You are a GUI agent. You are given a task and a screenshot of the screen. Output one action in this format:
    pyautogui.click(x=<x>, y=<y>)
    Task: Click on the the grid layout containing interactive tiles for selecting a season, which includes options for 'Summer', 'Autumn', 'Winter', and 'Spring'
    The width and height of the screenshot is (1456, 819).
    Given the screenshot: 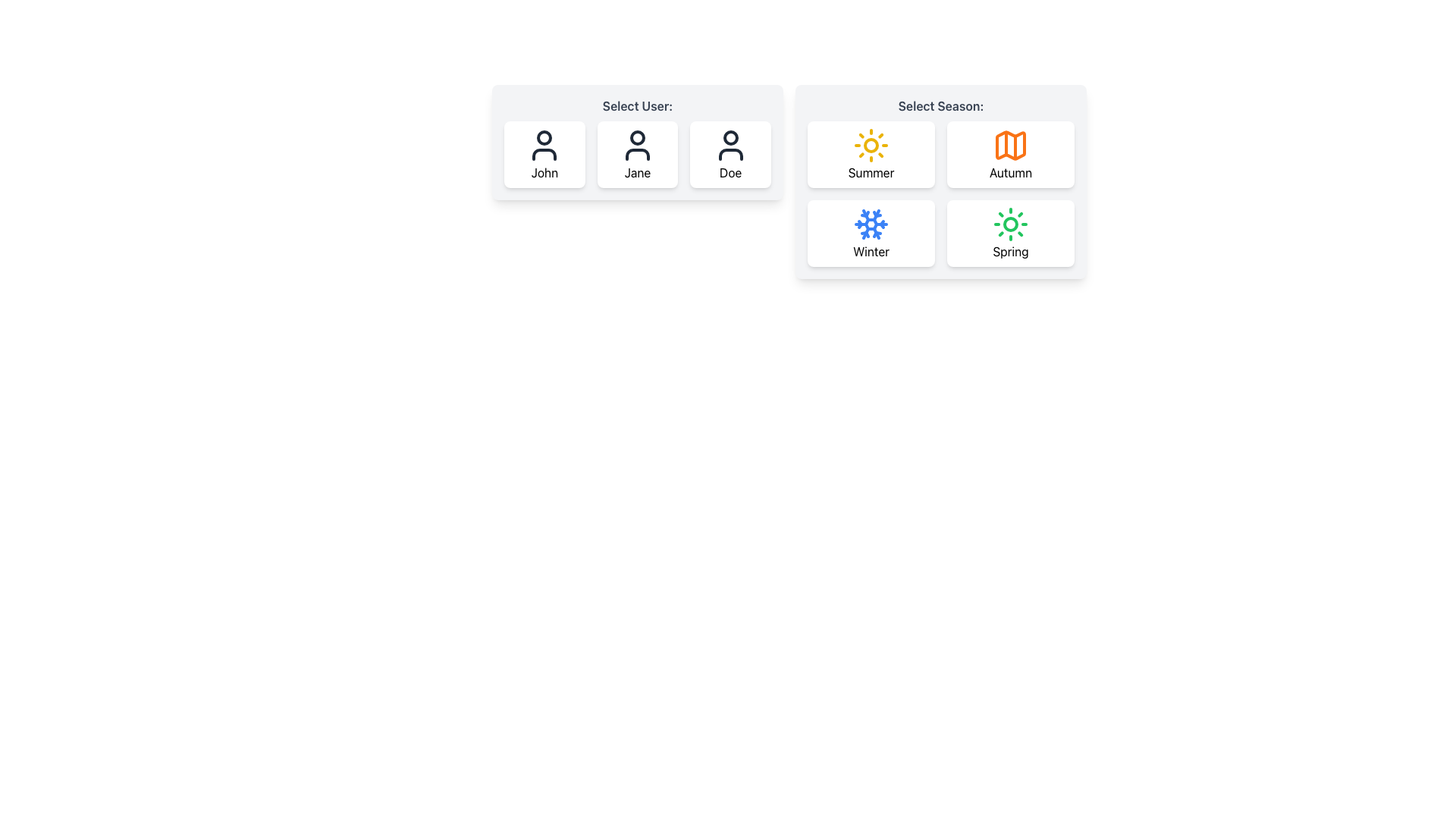 What is the action you would take?
    pyautogui.click(x=940, y=193)
    